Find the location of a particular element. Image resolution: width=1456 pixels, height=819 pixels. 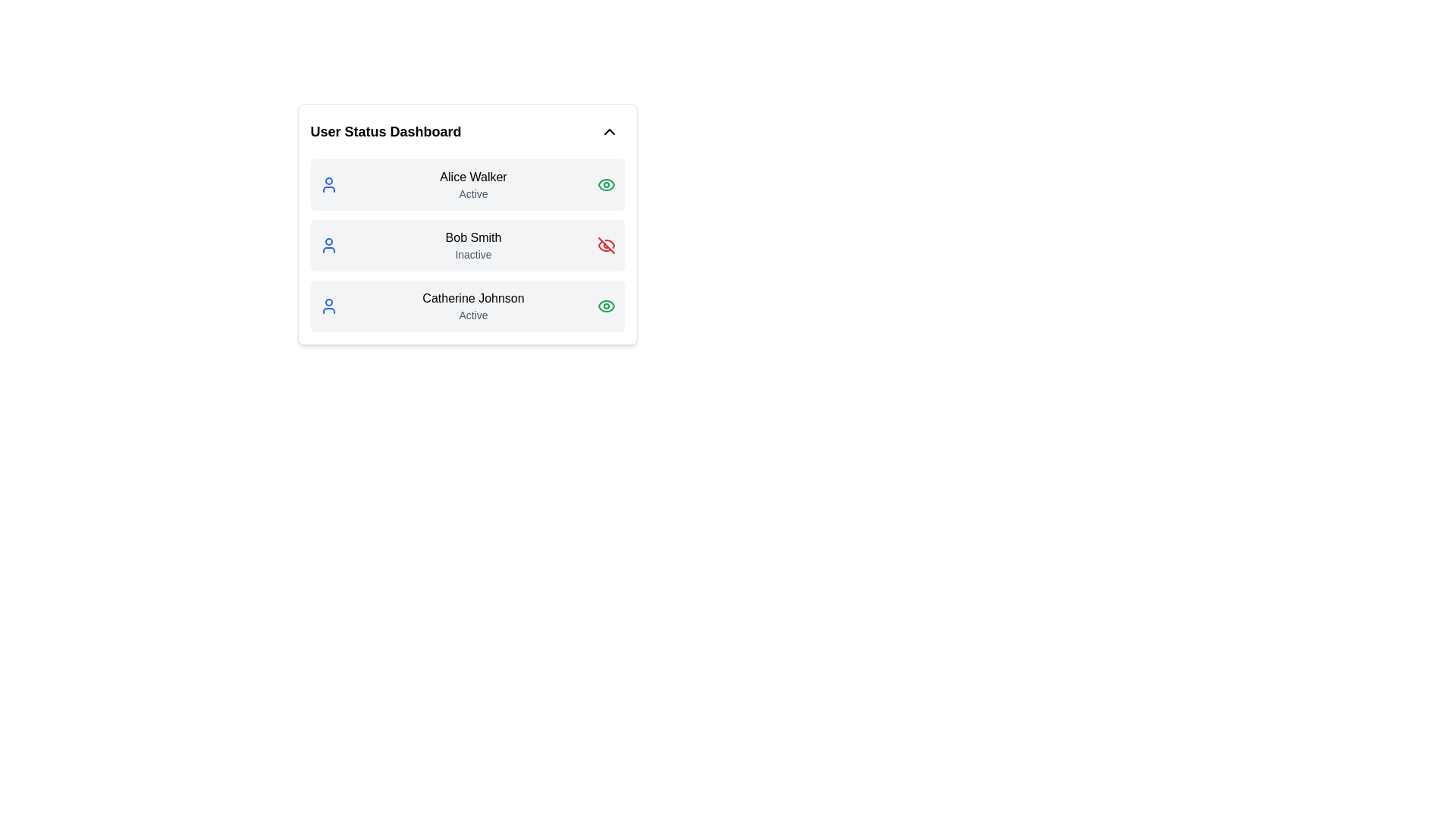

the user icon representing 'Alice Walker' located at the leftmost side of the first row in the user status dashboard is located at coordinates (328, 184).